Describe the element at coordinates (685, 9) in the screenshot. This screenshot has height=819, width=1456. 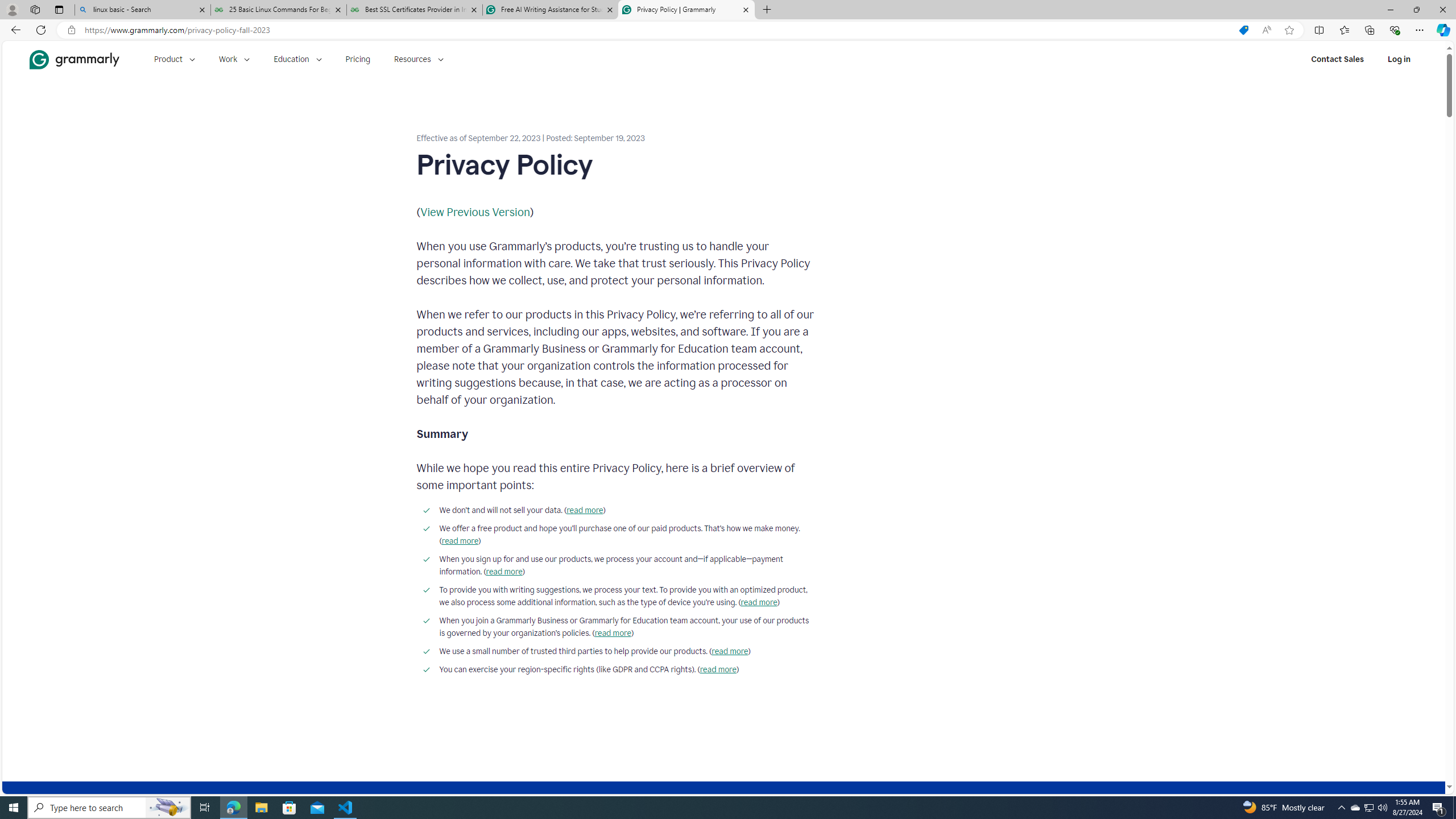
I see `'Privacy Policy | Grammarly'` at that location.